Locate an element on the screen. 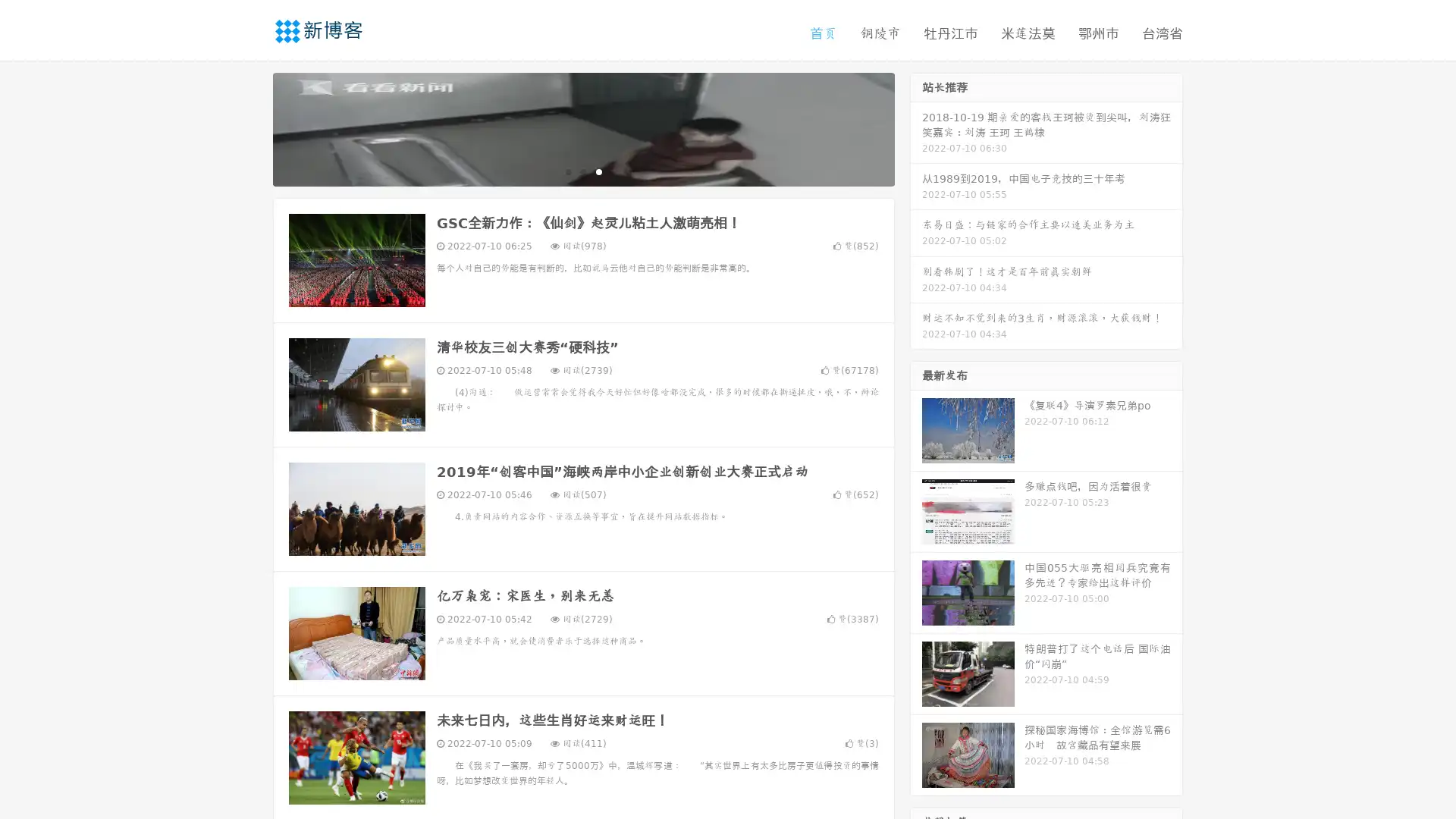 This screenshot has width=1456, height=819. Go to slide 1 is located at coordinates (567, 171).